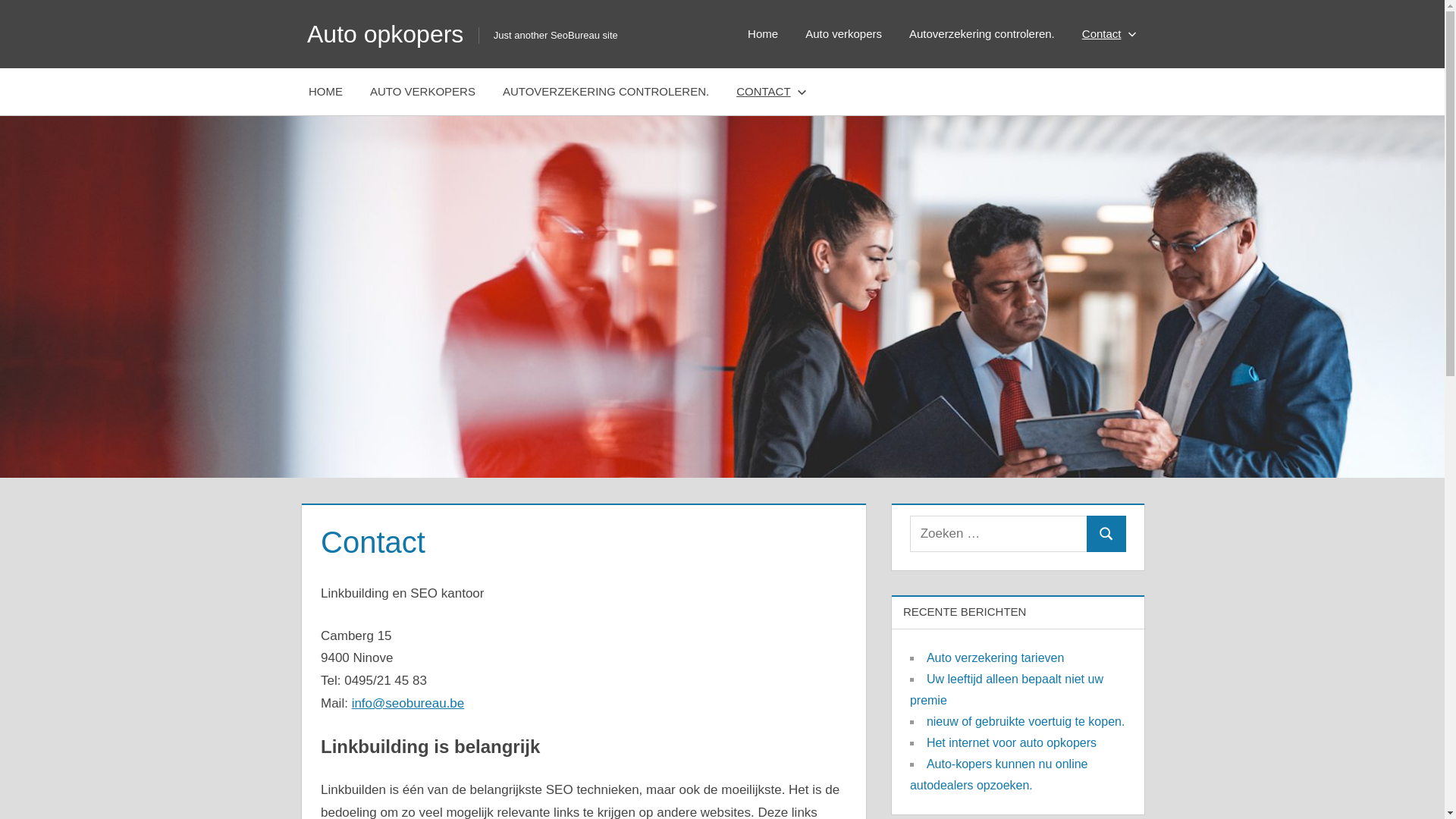 This screenshot has width=1456, height=819. I want to click on 'Auto verzekering tarieven', so click(995, 657).